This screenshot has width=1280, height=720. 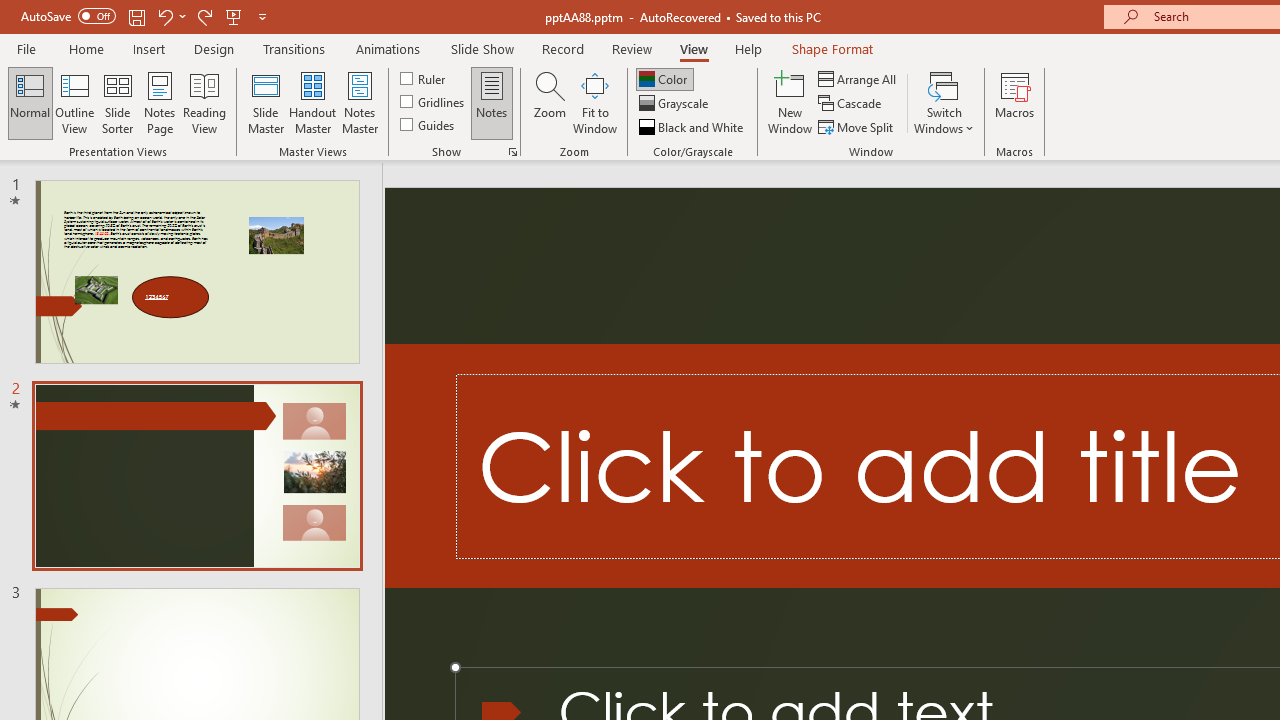 What do you see at coordinates (857, 127) in the screenshot?
I see `'Move Split'` at bounding box center [857, 127].